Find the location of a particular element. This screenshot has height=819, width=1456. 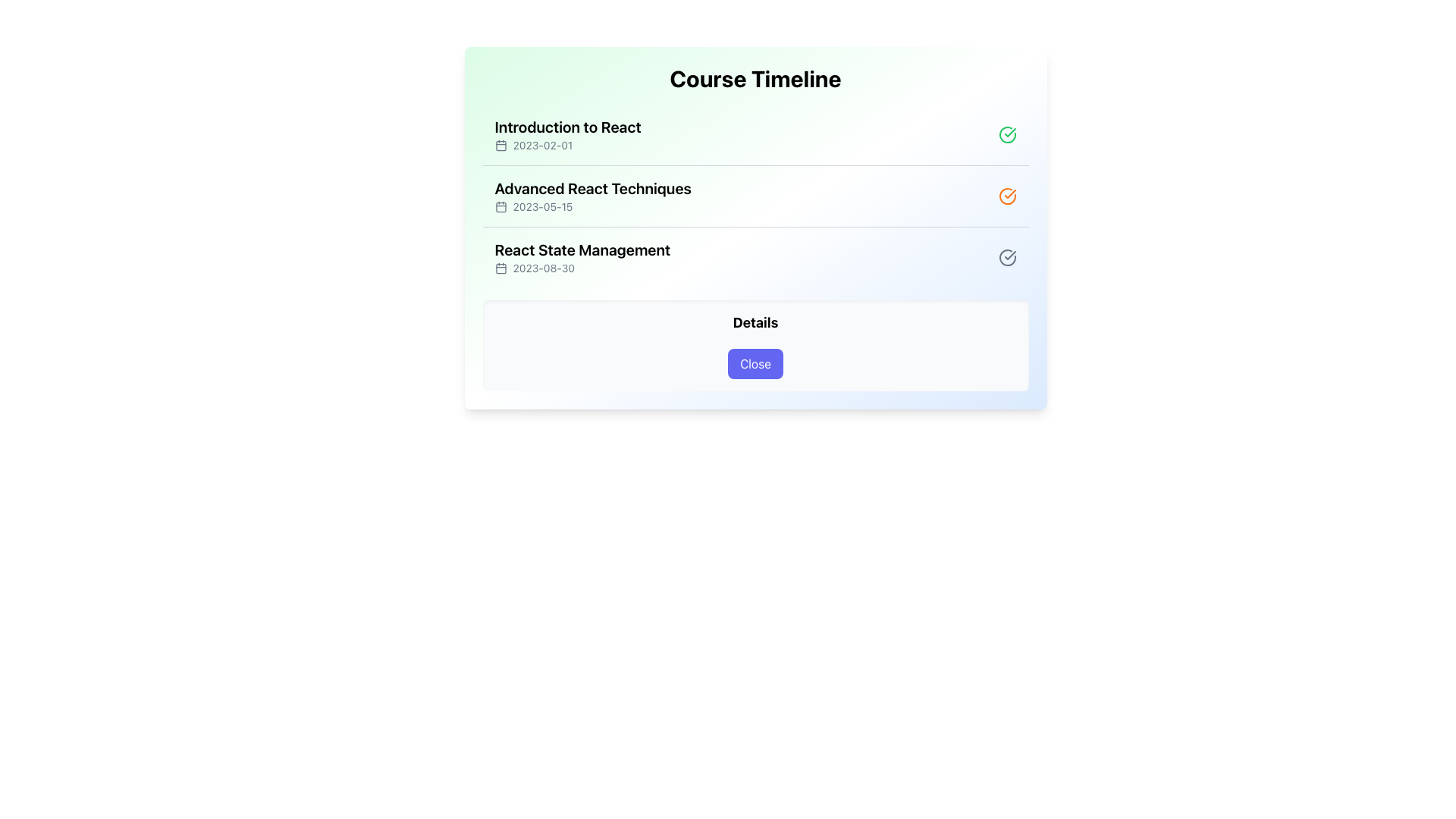

the list item titled 'React State Management' with the date '2023-08-30' is located at coordinates (582, 256).